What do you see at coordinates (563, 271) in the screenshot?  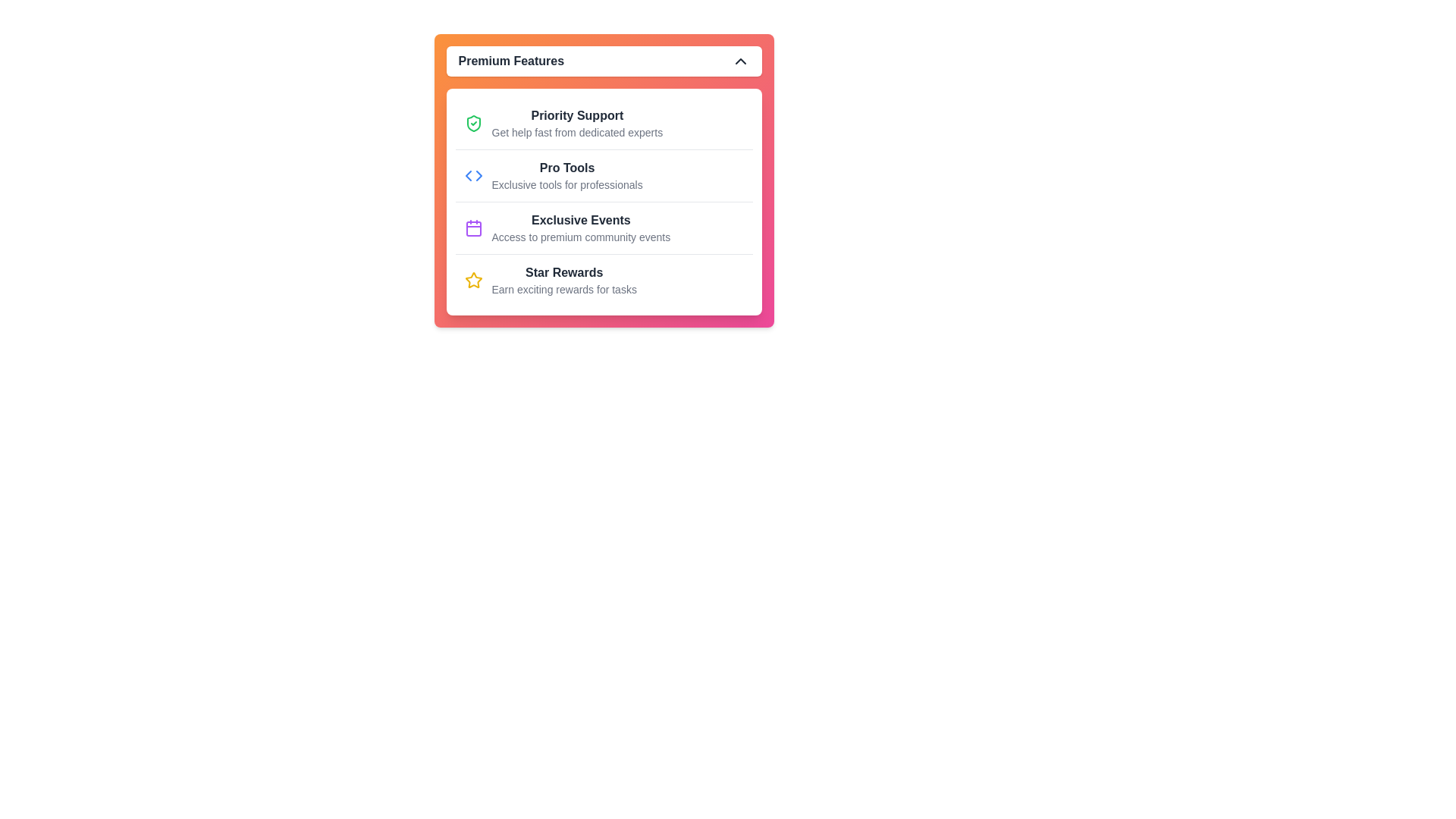 I see `text label in the fourth row of the 'Premium Features' panel, which summarizes the item and includes subtext about rewarding users for task completion` at bounding box center [563, 271].